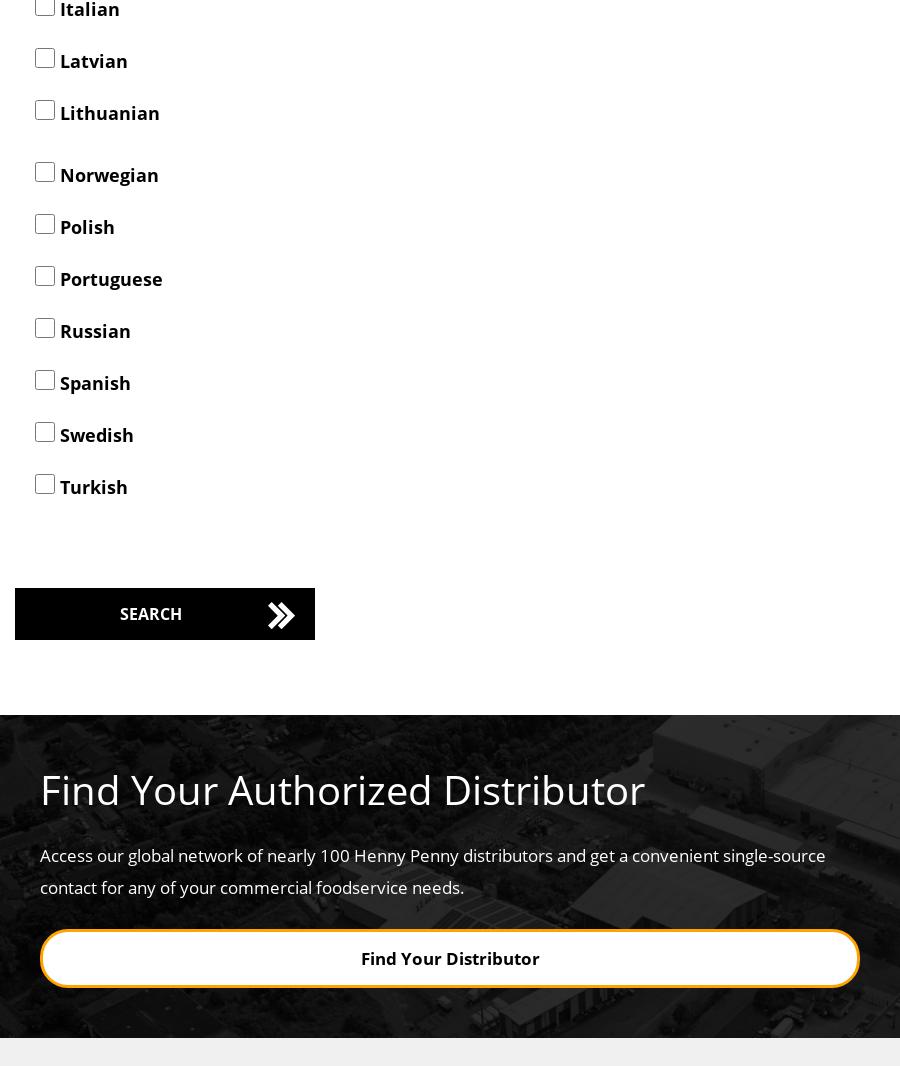 The width and height of the screenshot is (900, 1066). I want to click on 'Latvian', so click(90, 59).